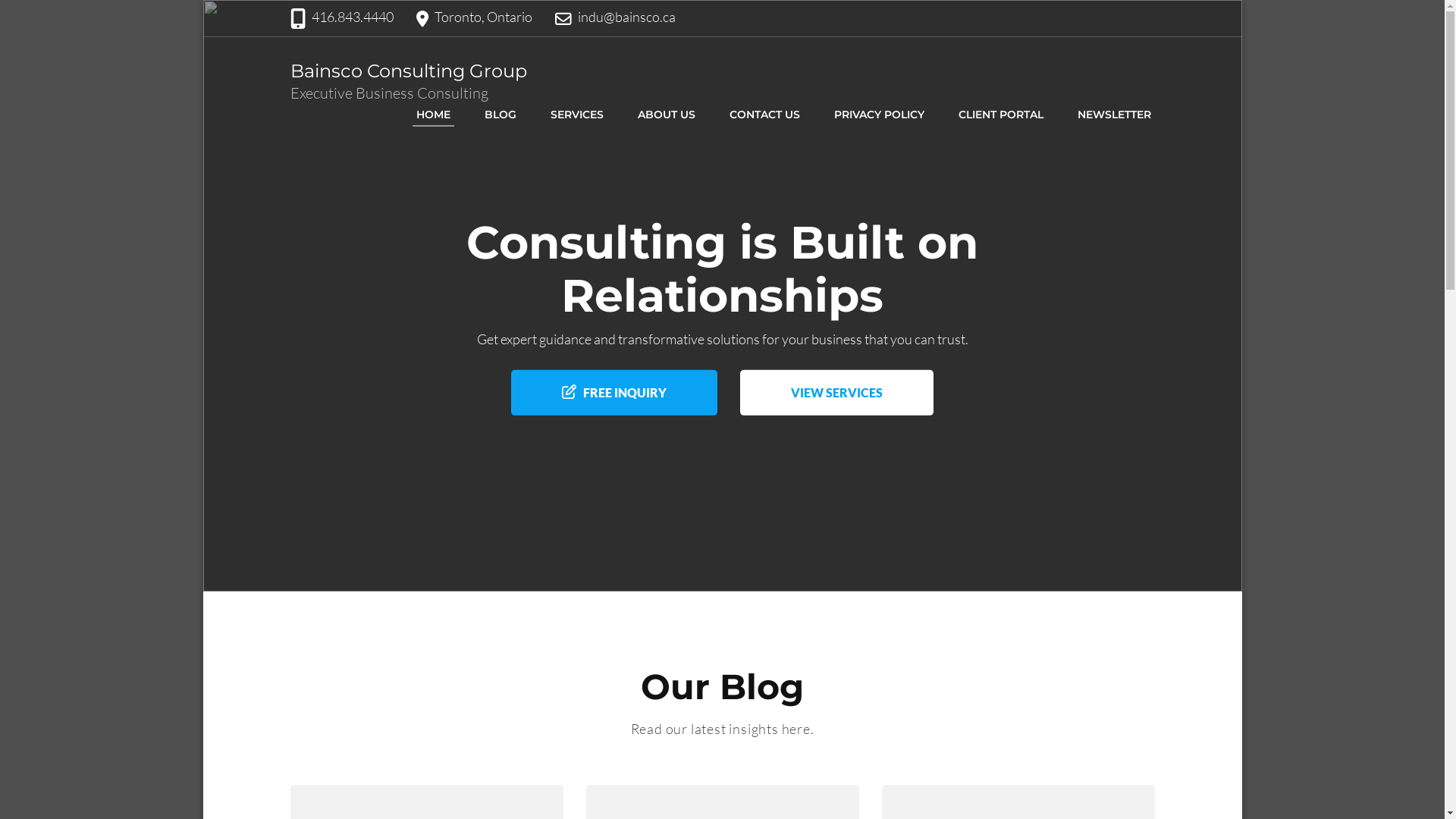 This screenshot has height=819, width=1456. What do you see at coordinates (613, 391) in the screenshot?
I see `'FREE INQUIRY'` at bounding box center [613, 391].